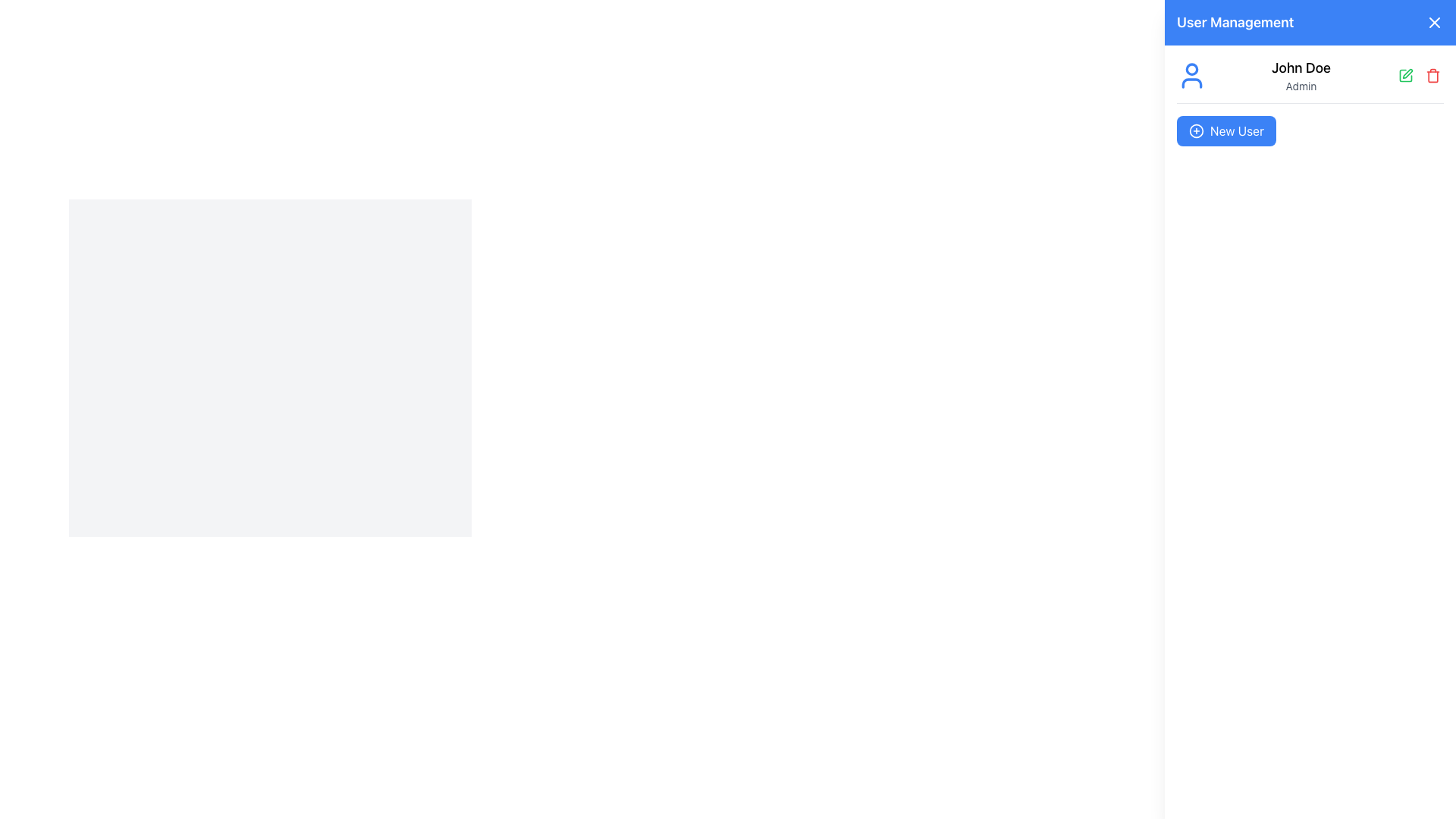 The width and height of the screenshot is (1456, 819). Describe the element at coordinates (1237, 130) in the screenshot. I see `the 'New User' text component within the blue button located in the lower section of the 'User Management' panel` at that location.